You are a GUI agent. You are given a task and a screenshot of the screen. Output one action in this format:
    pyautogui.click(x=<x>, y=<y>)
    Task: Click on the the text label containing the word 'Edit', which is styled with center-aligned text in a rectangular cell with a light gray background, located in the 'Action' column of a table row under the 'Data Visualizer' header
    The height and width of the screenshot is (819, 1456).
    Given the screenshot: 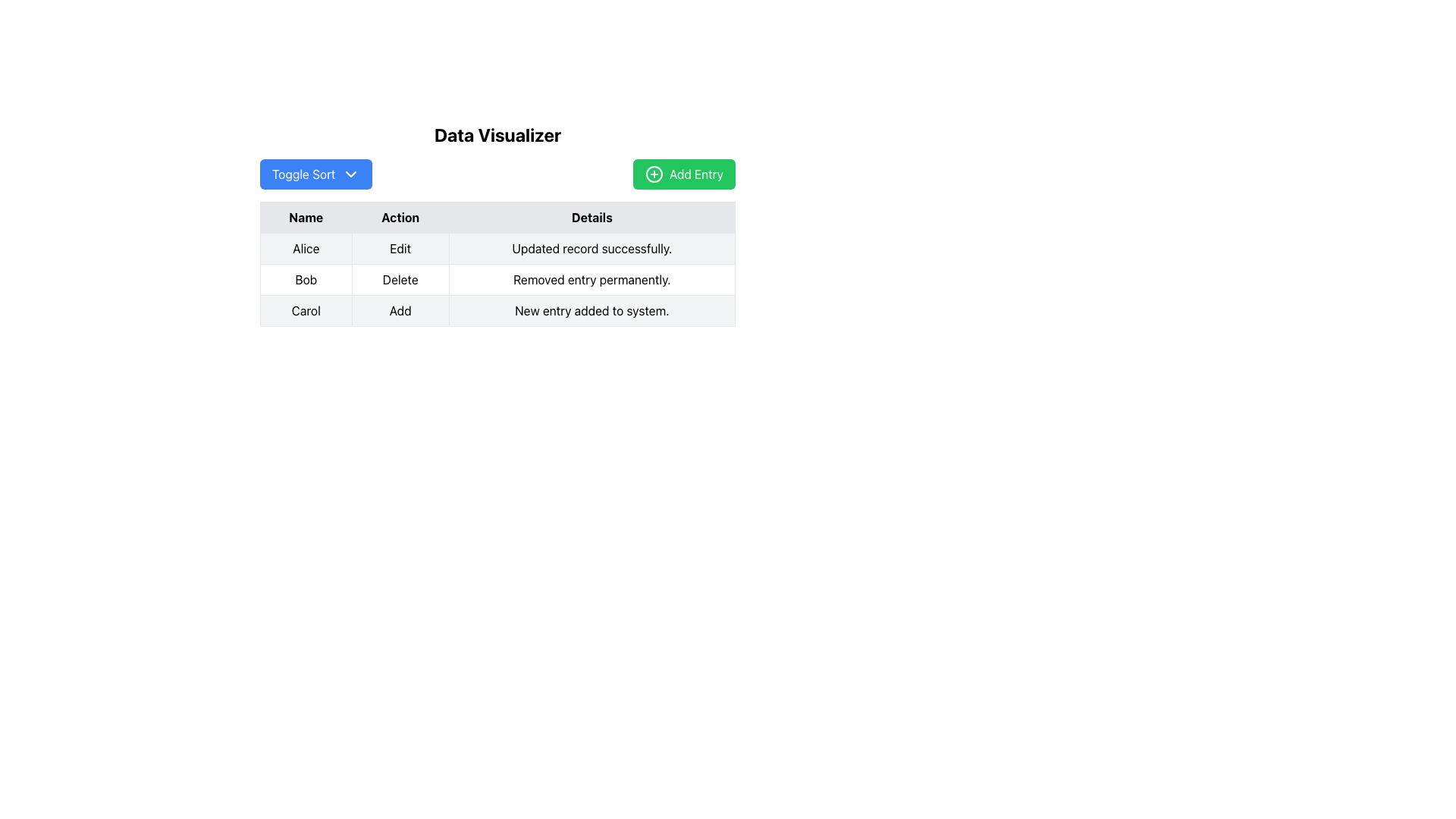 What is the action you would take?
    pyautogui.click(x=400, y=247)
    